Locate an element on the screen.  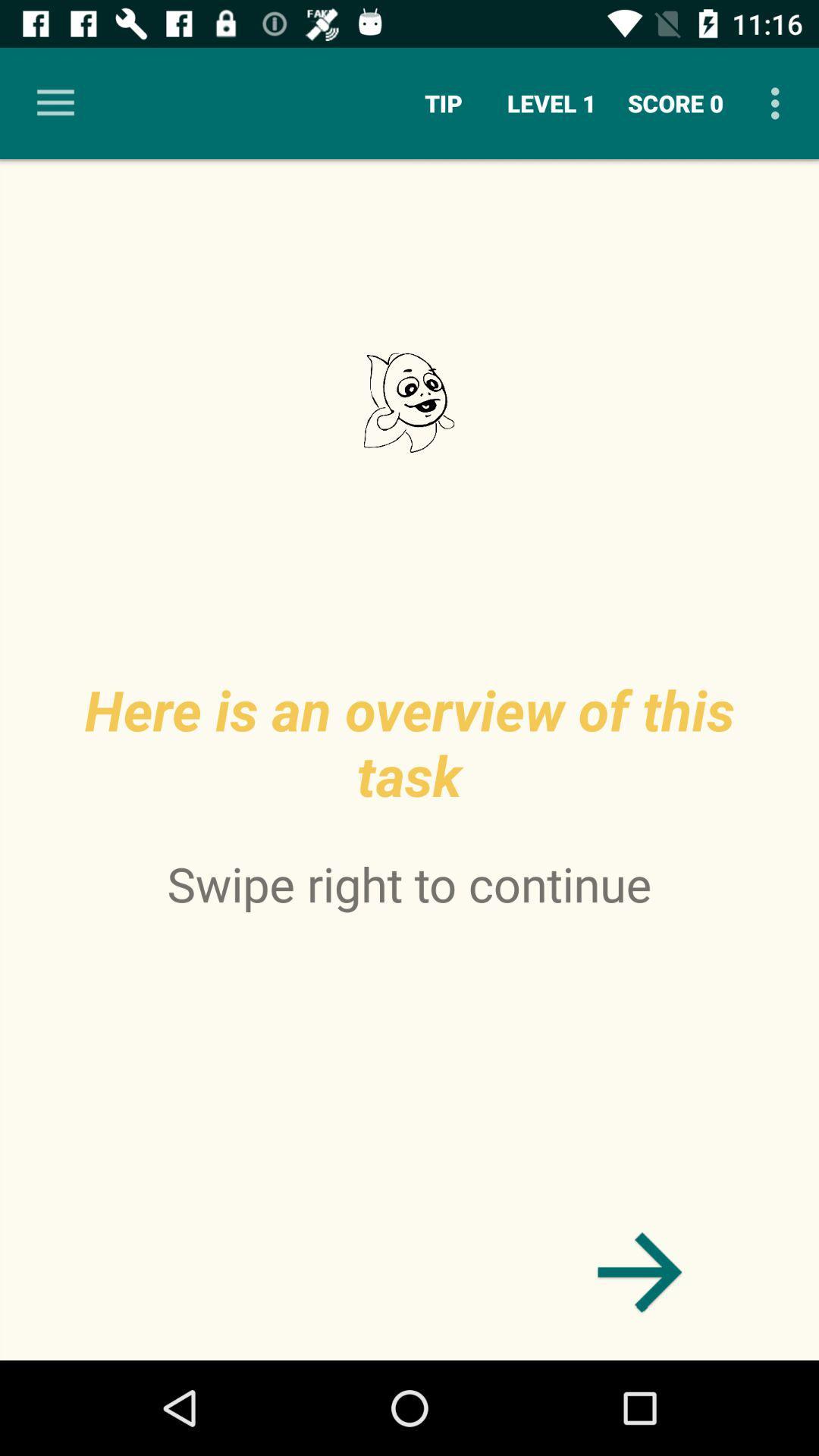
the icon to the right of tip icon is located at coordinates (551, 102).